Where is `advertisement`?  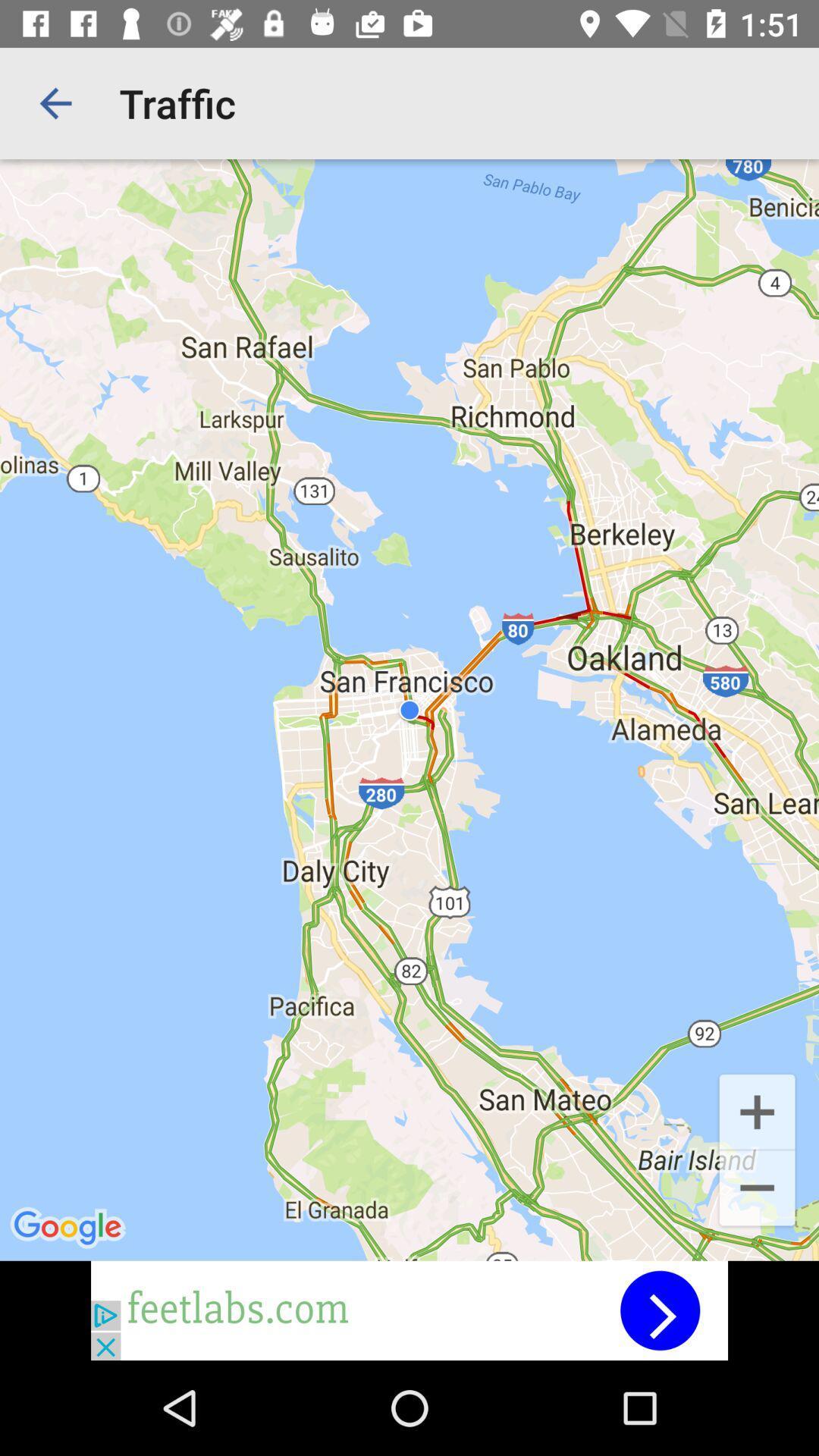
advertisement is located at coordinates (409, 1310).